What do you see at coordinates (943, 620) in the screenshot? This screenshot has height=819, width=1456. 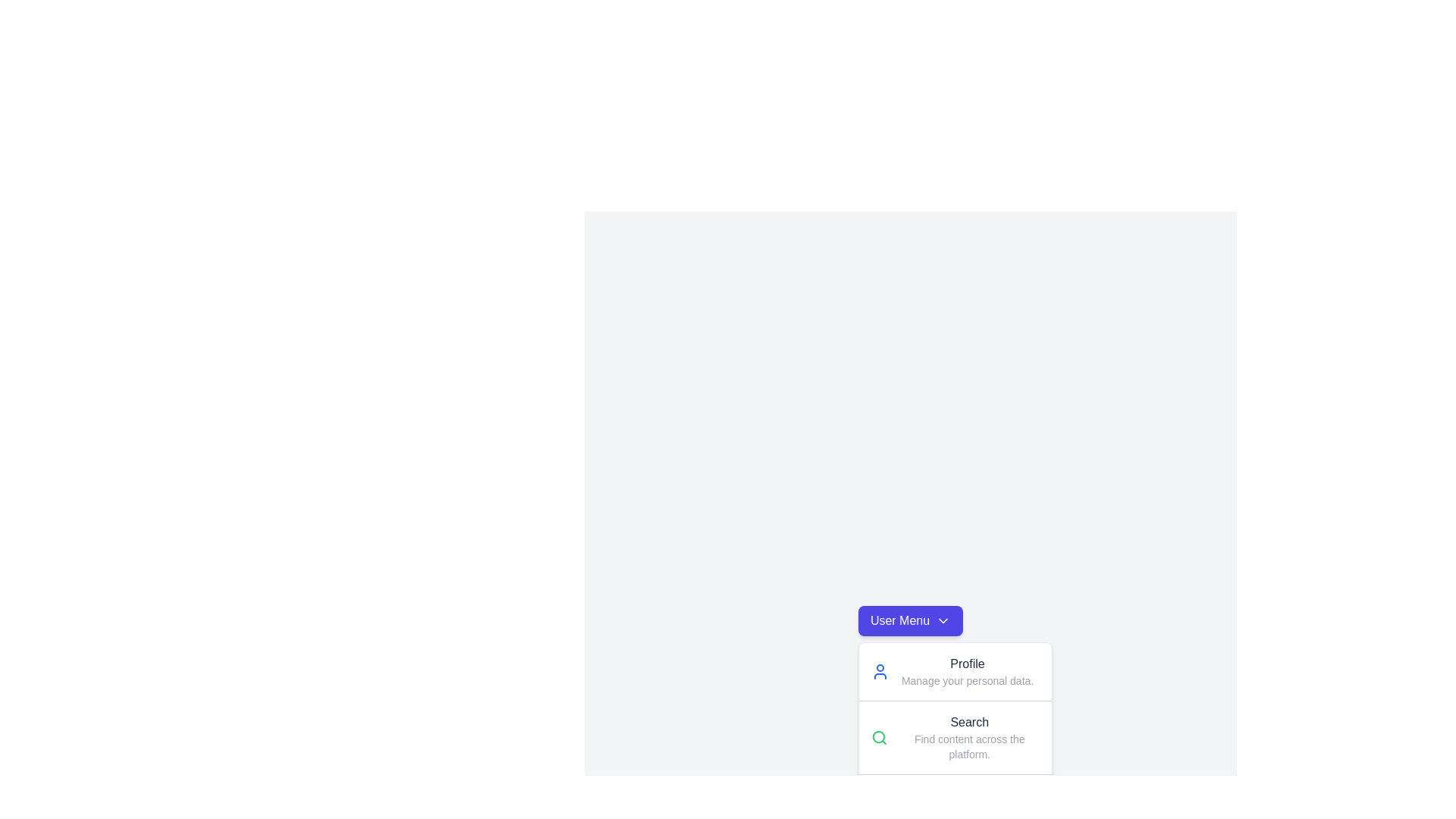 I see `the downward-pointing chevron icon styled in white against a purple background, which is part of the 'User Menu' button located to the right of the text 'User Menu.'` at bounding box center [943, 620].